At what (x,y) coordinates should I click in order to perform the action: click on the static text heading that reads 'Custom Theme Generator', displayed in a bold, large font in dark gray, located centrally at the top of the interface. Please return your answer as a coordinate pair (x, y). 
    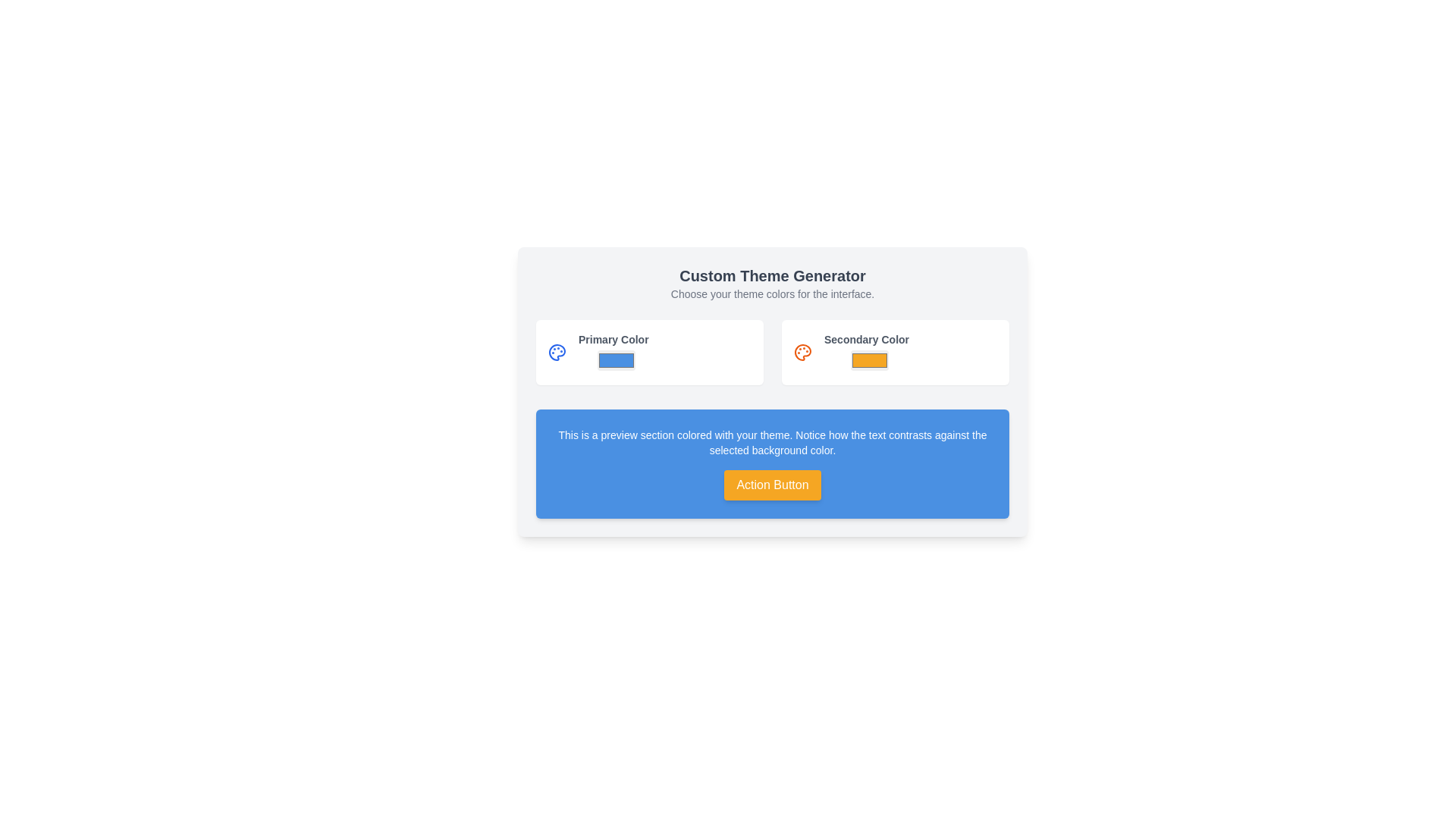
    Looking at the image, I should click on (772, 275).